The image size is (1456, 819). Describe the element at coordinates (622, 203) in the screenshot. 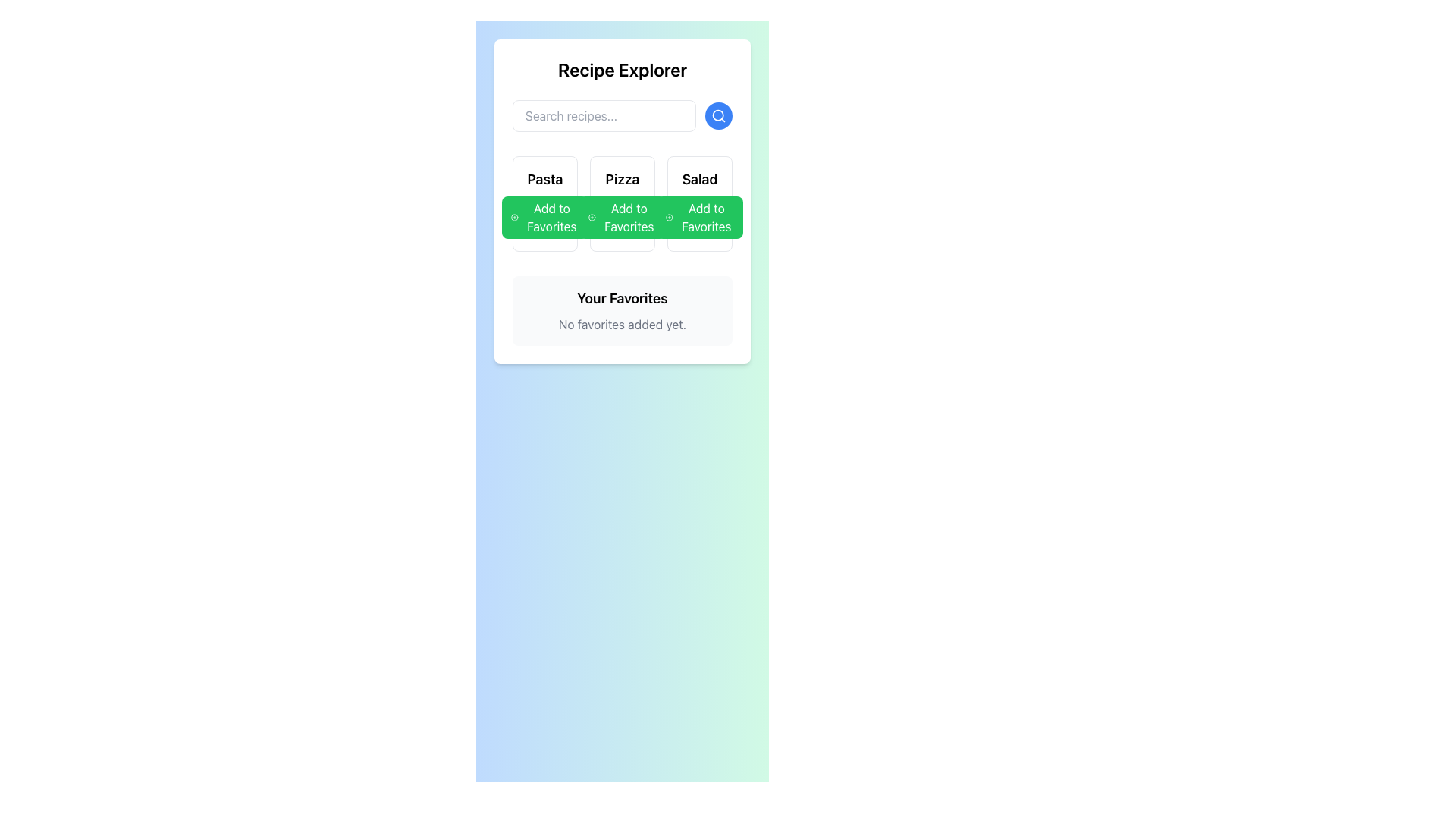

I see `the buttons in the grid layout that contains 'Add to Favorites' buttons for recipes located beneath the 'Search recipes...' input field` at that location.